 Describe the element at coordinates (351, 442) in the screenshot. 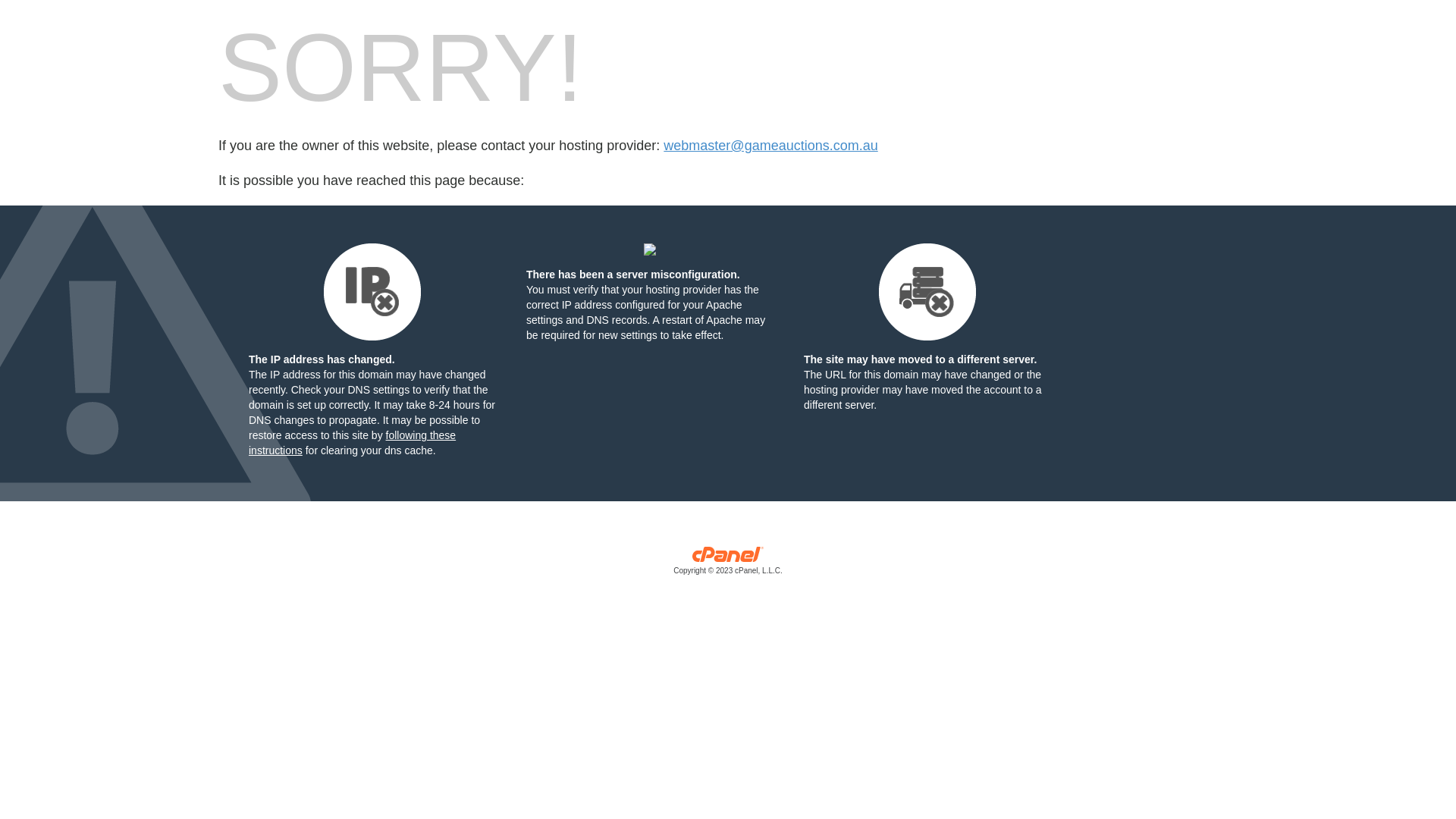

I see `'following these instructions'` at that location.